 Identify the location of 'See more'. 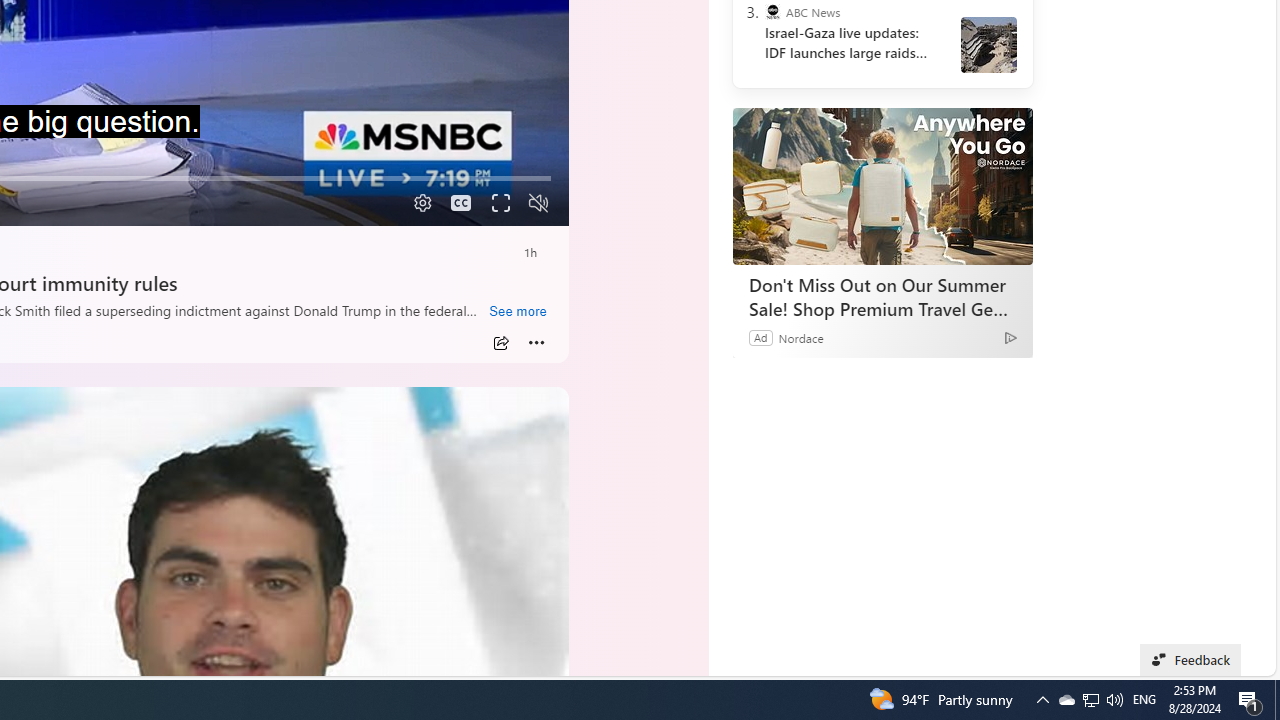
(517, 312).